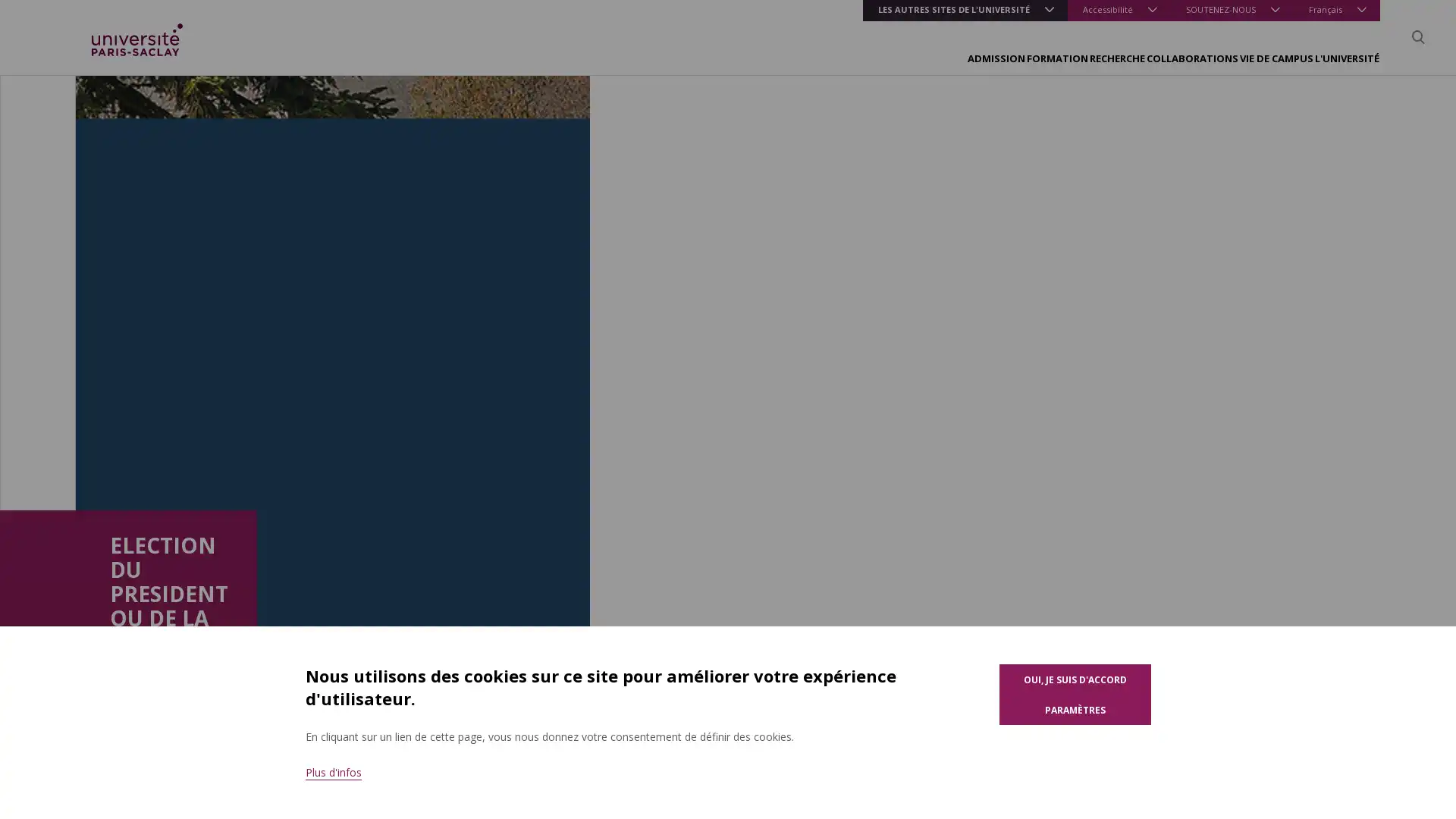  Describe the element at coordinates (1210, 52) in the screenshot. I see `VIE DE CAMPUS` at that location.